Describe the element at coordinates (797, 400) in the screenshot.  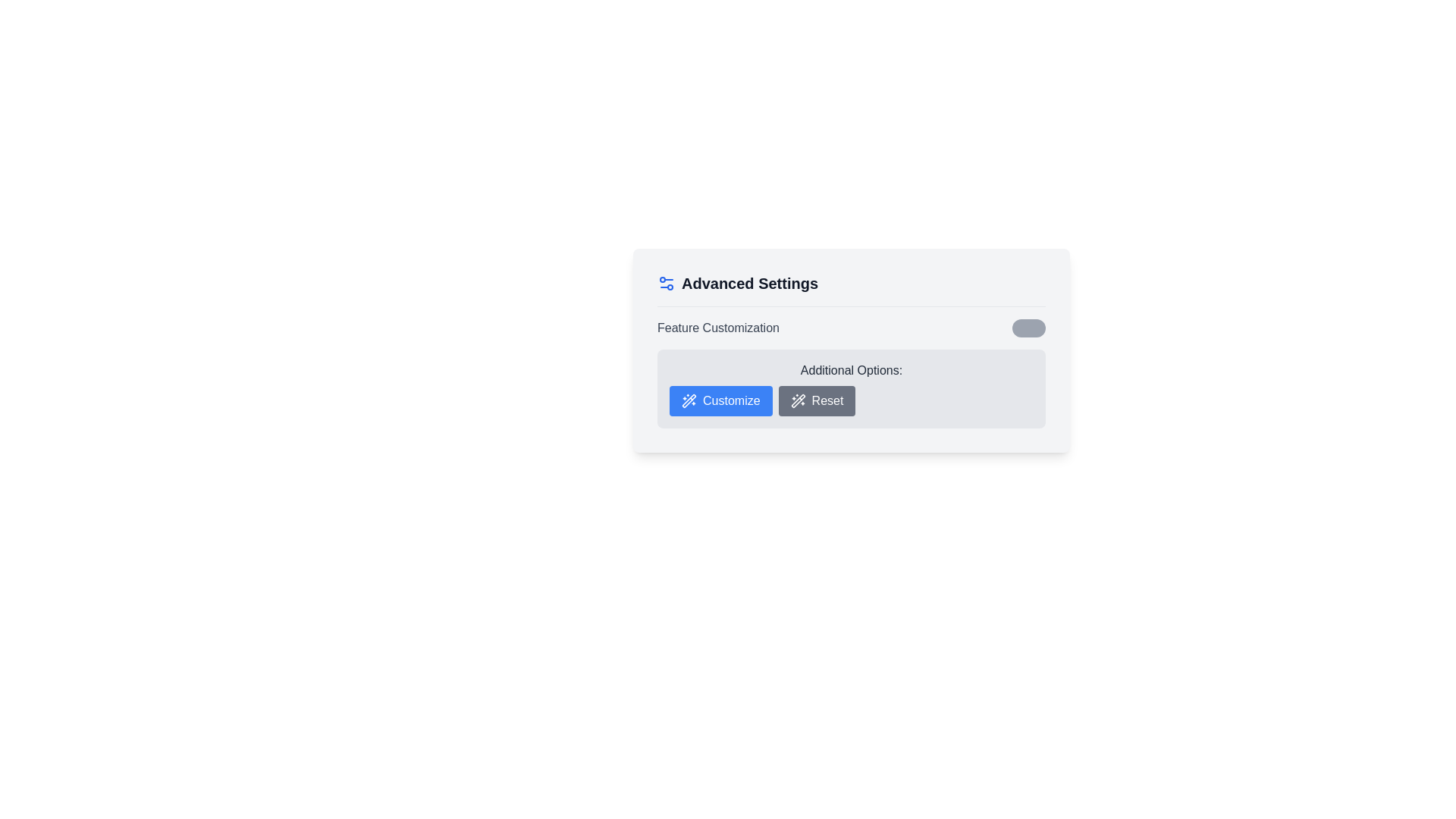
I see `the decorative icon for the 'Reset' button` at that location.